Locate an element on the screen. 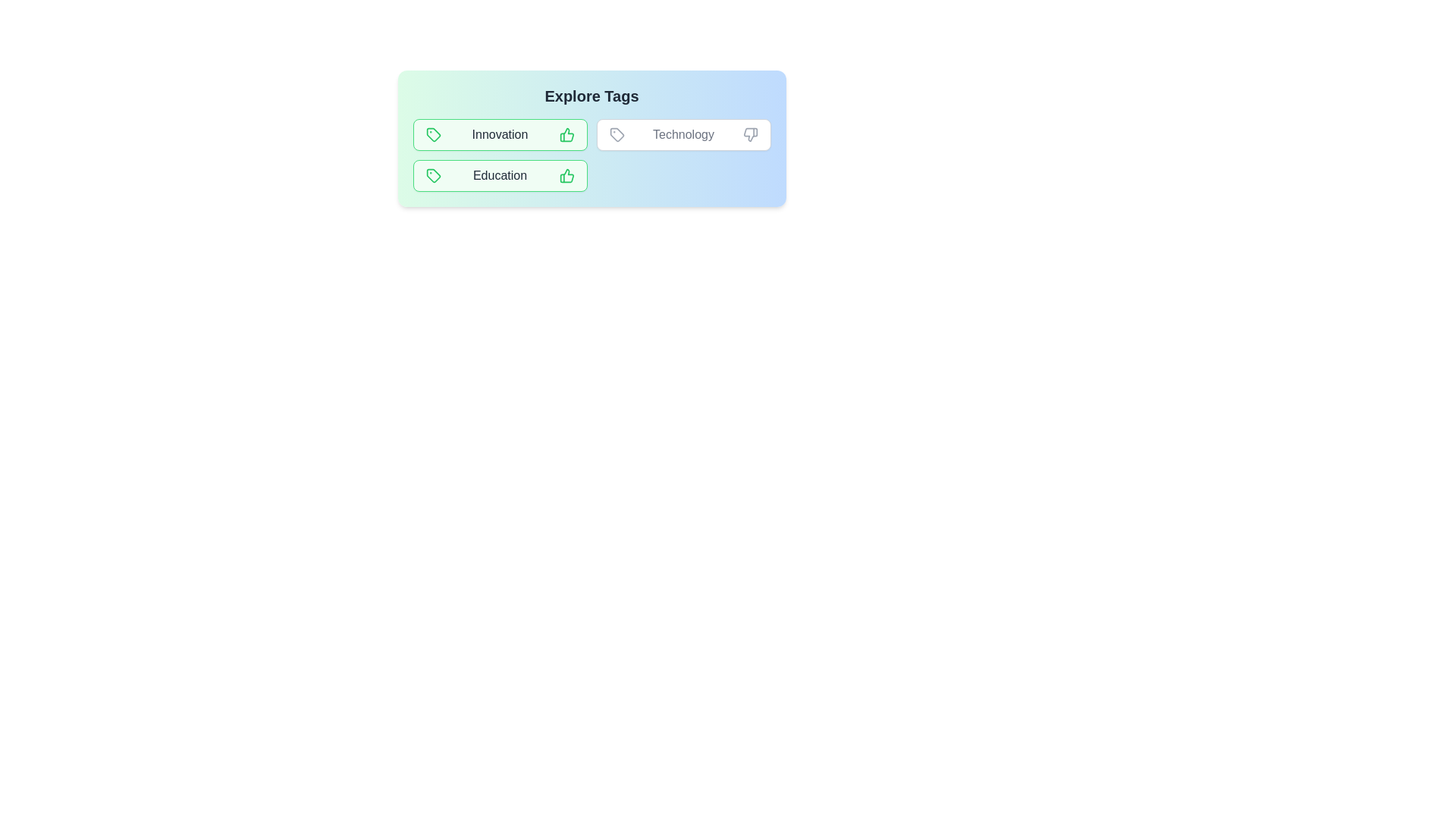 The height and width of the screenshot is (819, 1456). the tag Innovation to observe its styling changes is located at coordinates (500, 133).